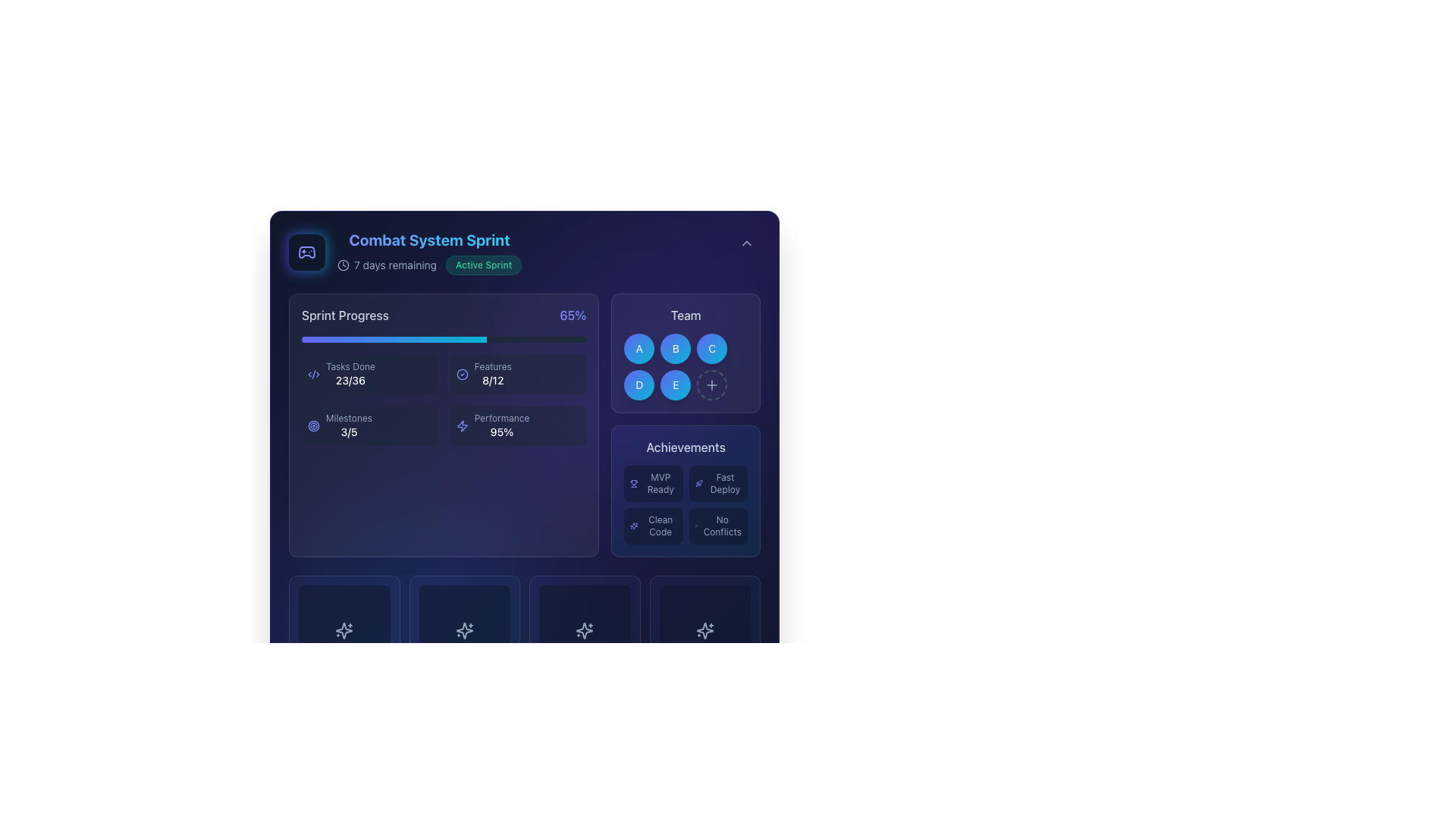  What do you see at coordinates (461, 426) in the screenshot?
I see `the indigo blue lightning bolt icon within the performance indicator box that displays 'Performance 95%' in the Sprint Progress section` at bounding box center [461, 426].